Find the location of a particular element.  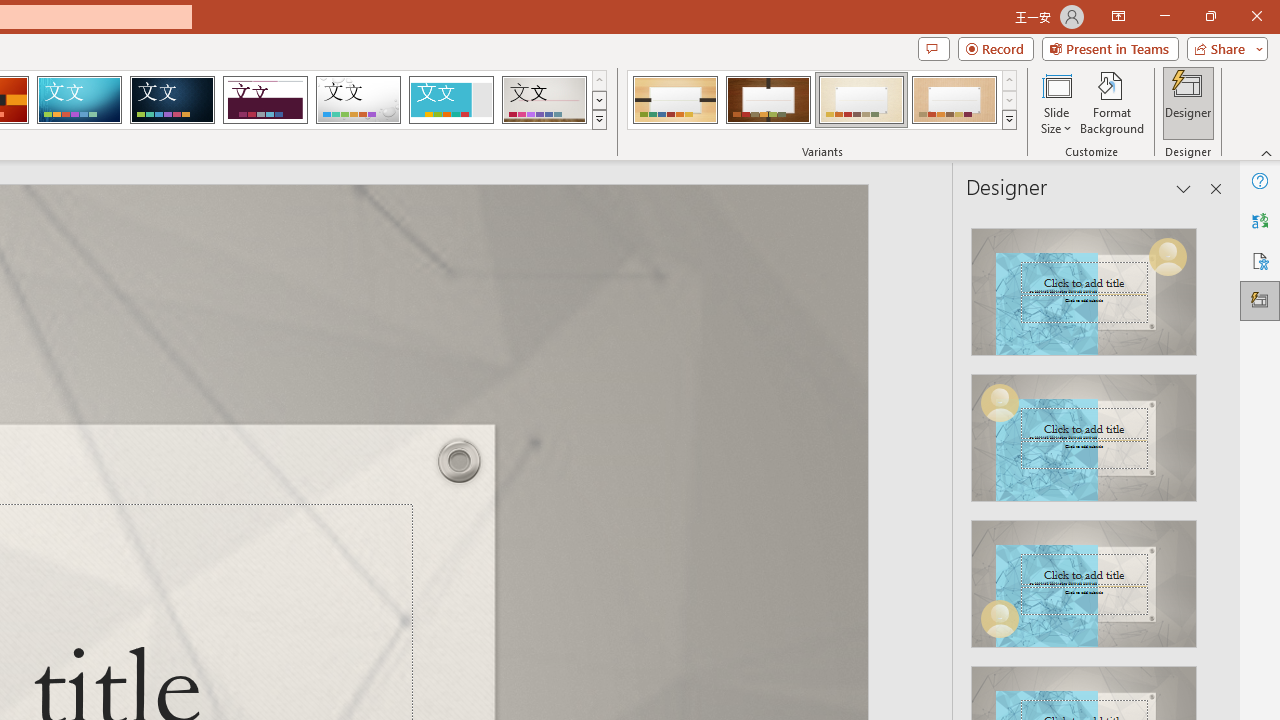

'Damask' is located at coordinates (172, 100).